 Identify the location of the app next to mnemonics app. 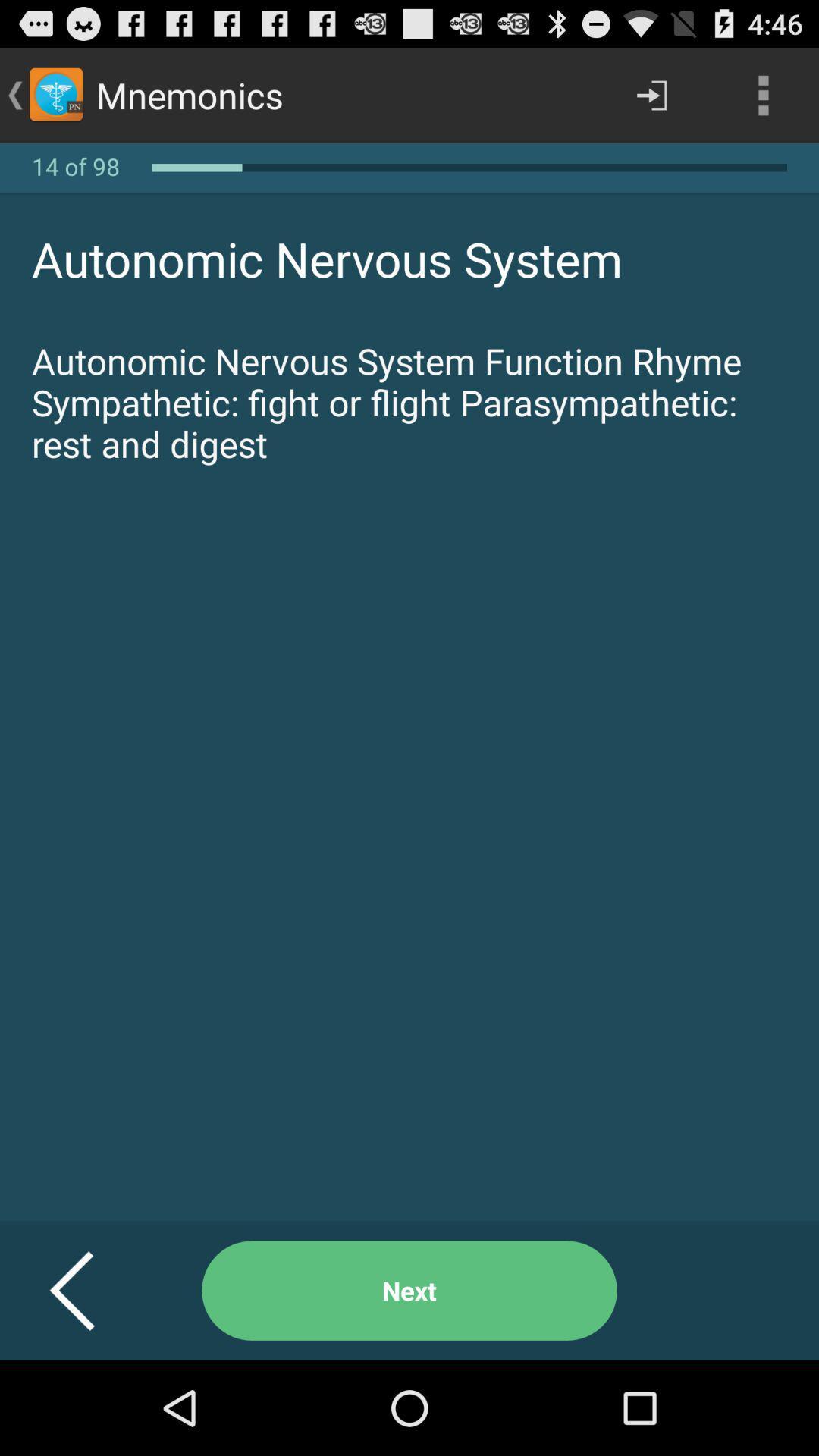
(651, 94).